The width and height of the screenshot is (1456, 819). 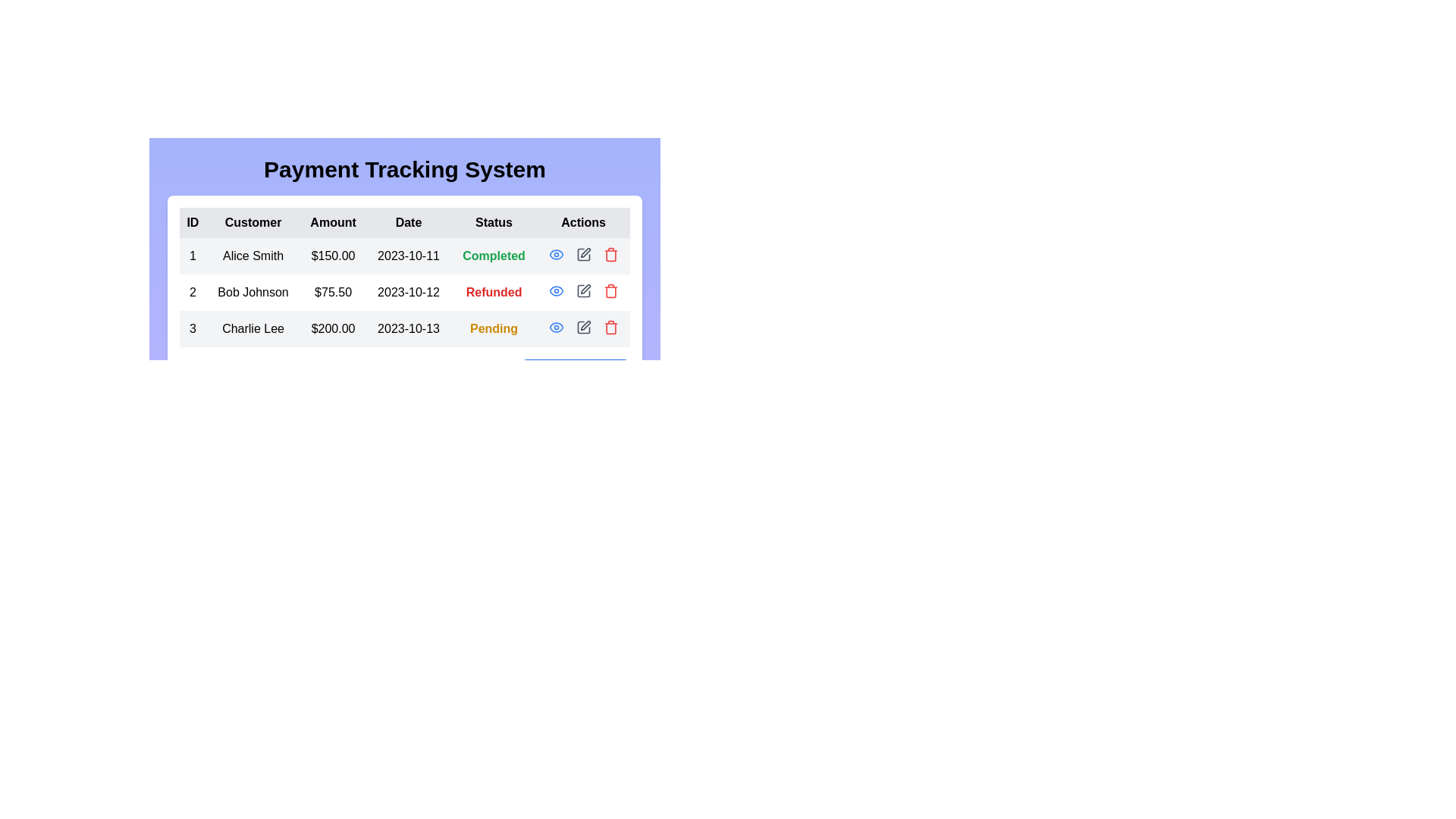 What do you see at coordinates (574, 374) in the screenshot?
I see `the blue 'Add Payment' button located in the bottom-right corner below the 'Payment Tracking System' table` at bounding box center [574, 374].